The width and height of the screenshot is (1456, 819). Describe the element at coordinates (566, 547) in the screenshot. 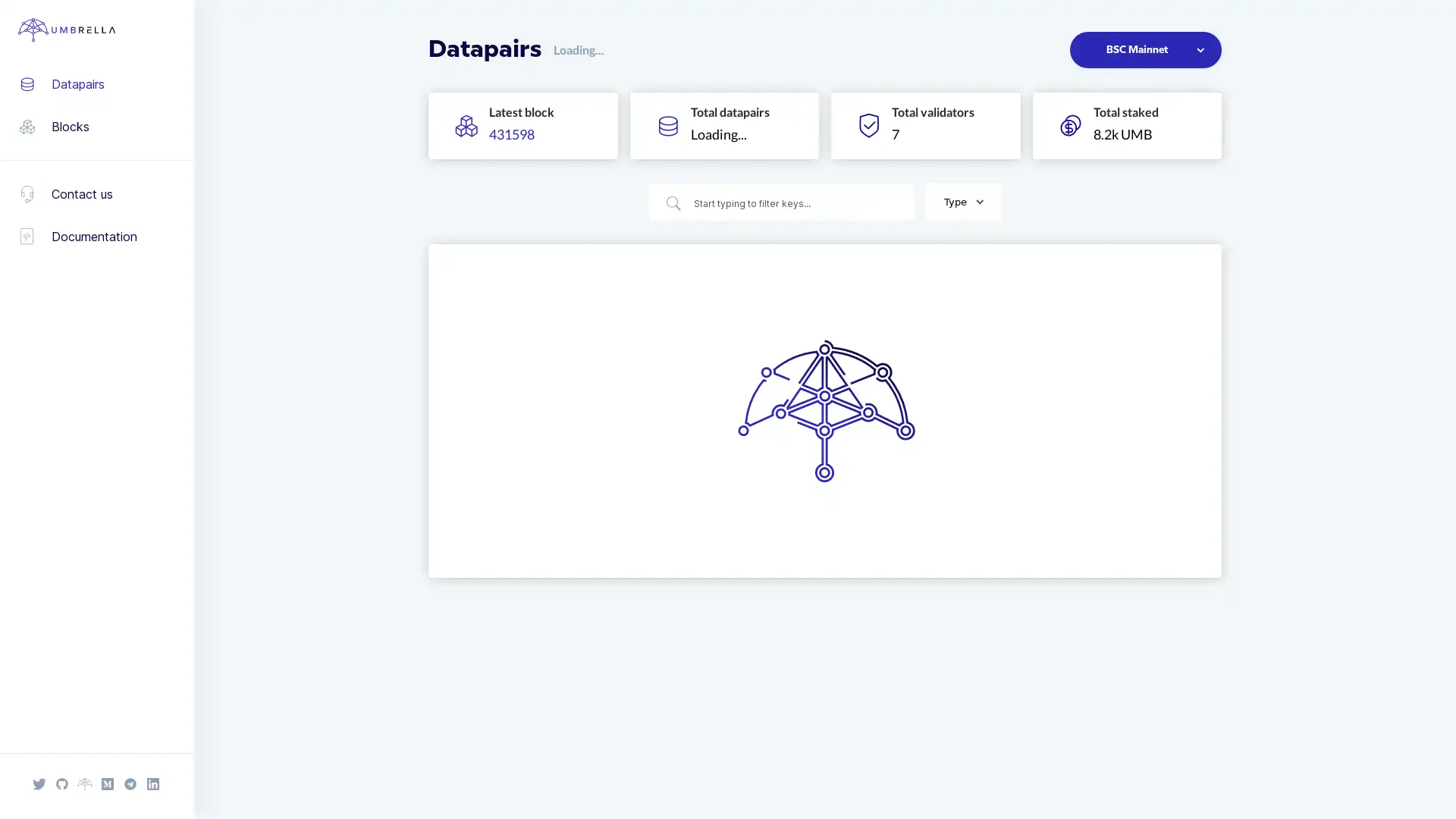

I see `Next page` at that location.